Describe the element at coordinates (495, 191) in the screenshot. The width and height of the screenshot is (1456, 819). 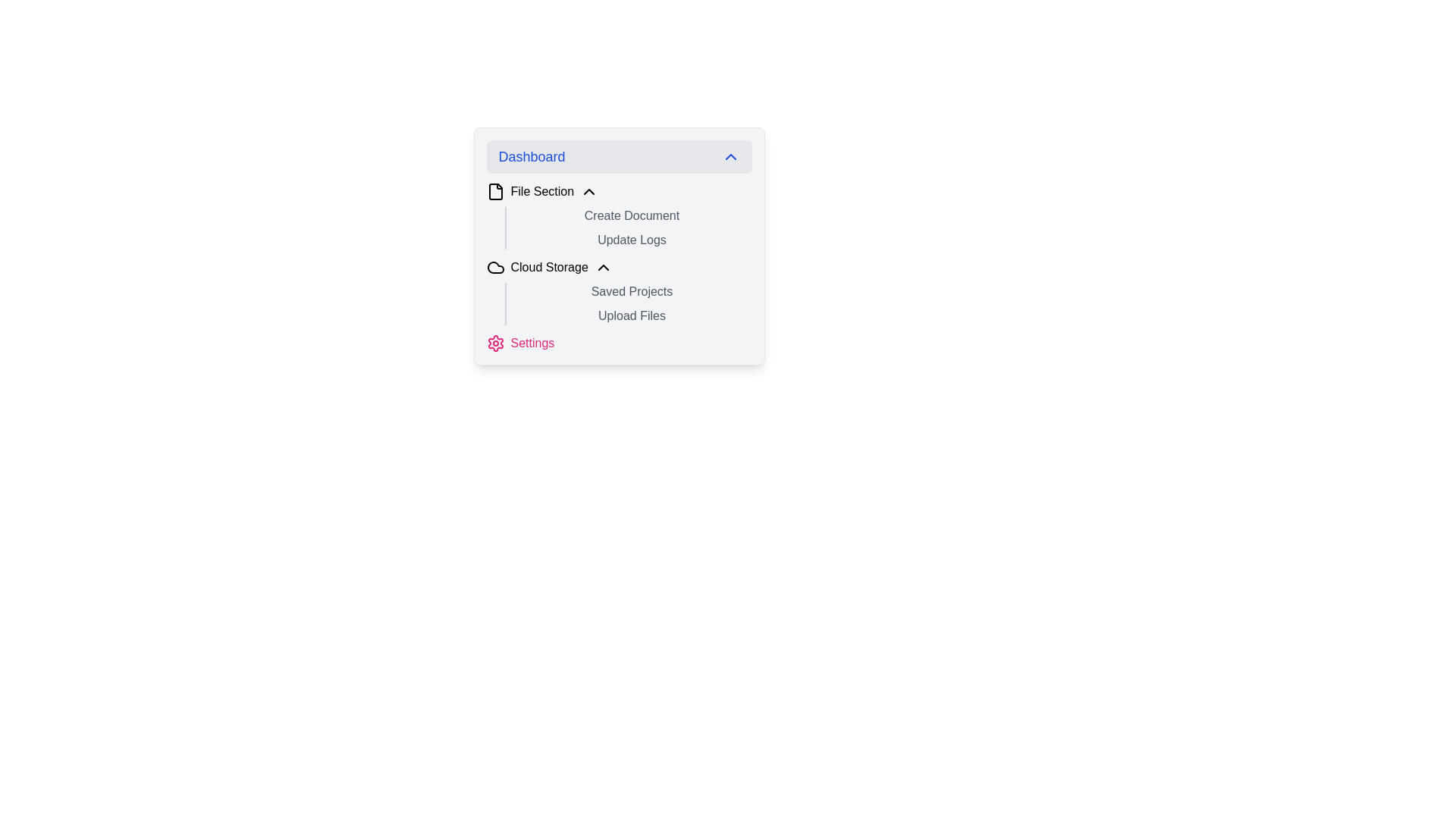
I see `the document icon located to the left of the 'File Section' text in the dropdown panel under the 'Dashboard' header` at that location.